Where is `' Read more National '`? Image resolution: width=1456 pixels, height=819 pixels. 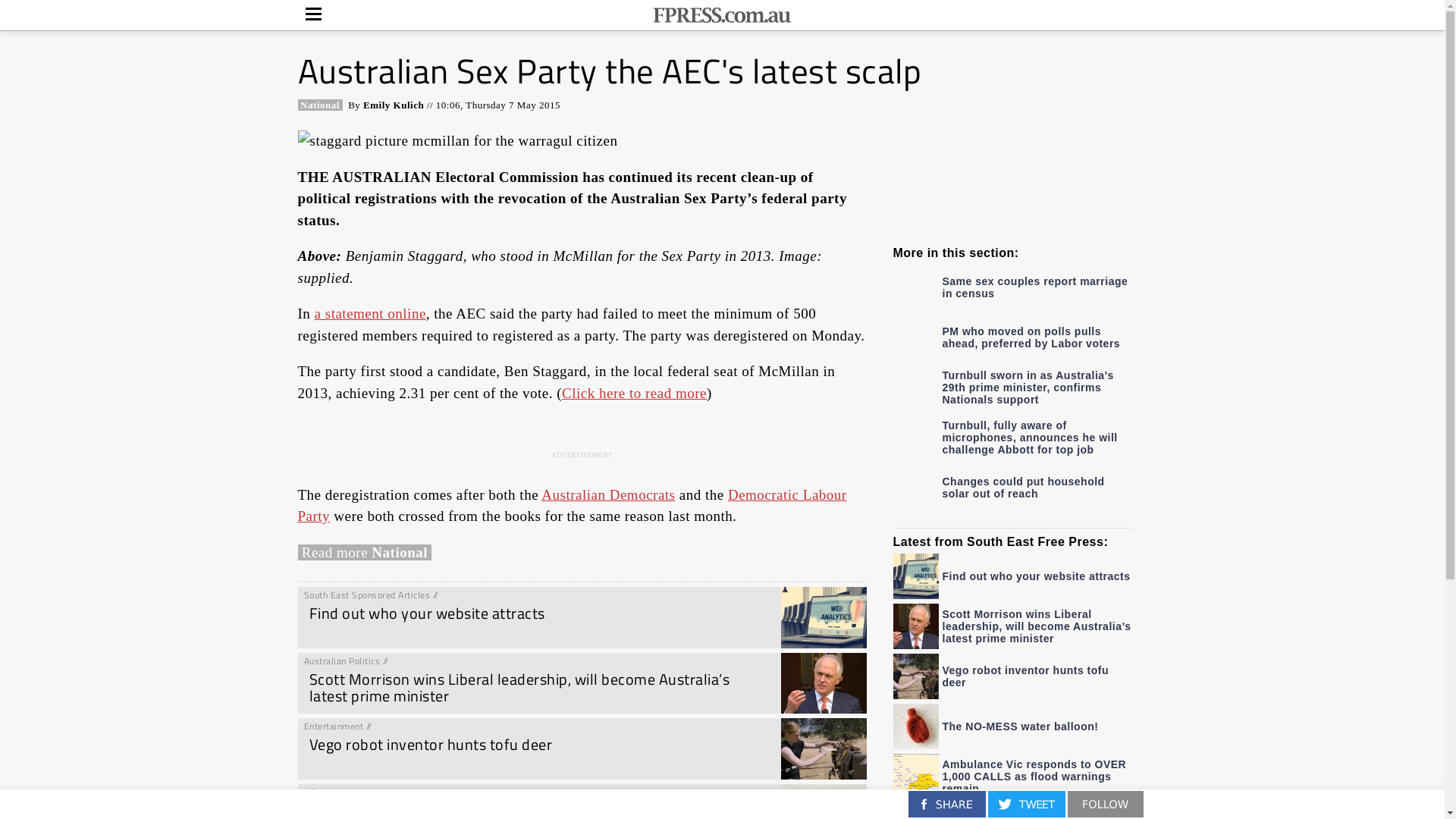
' Read more National ' is located at coordinates (364, 552).